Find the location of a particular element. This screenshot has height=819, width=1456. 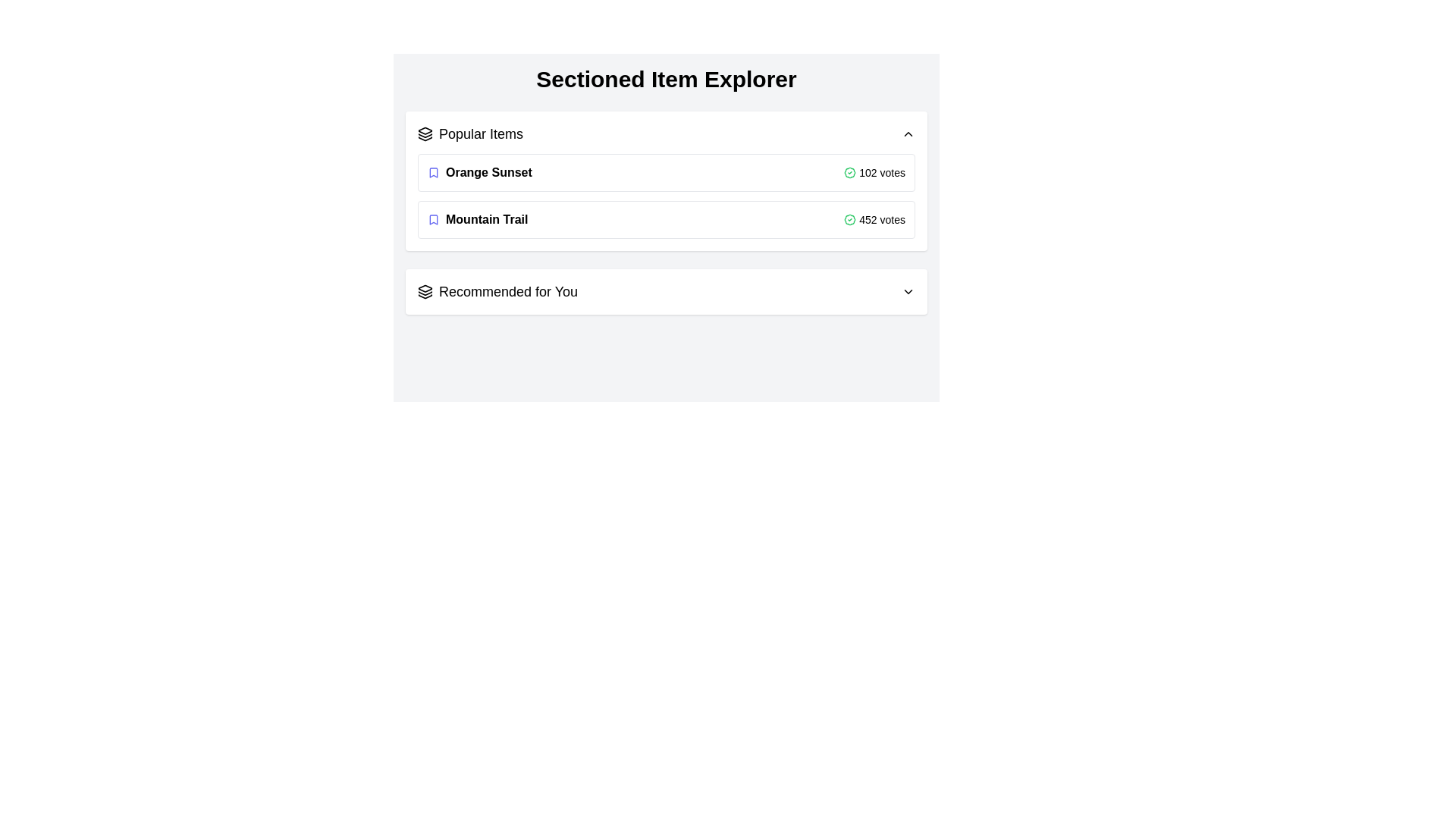

the text '102 votes' and the green checkmark icon located at the far-right side of the 'Orange Sunset' row in the 'Popular Items' section is located at coordinates (874, 171).